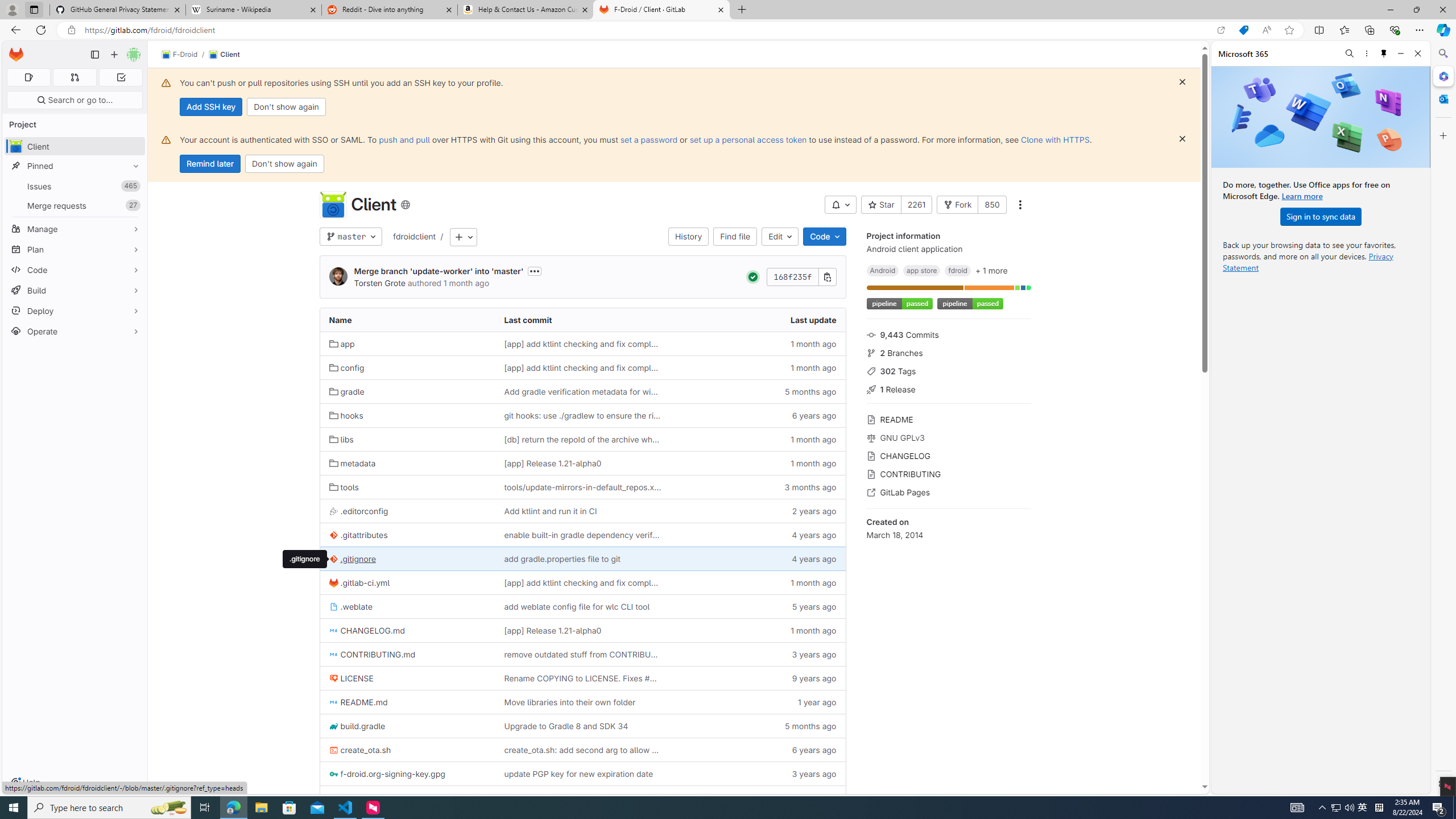  I want to click on 'Torsten Grote', so click(338, 276).